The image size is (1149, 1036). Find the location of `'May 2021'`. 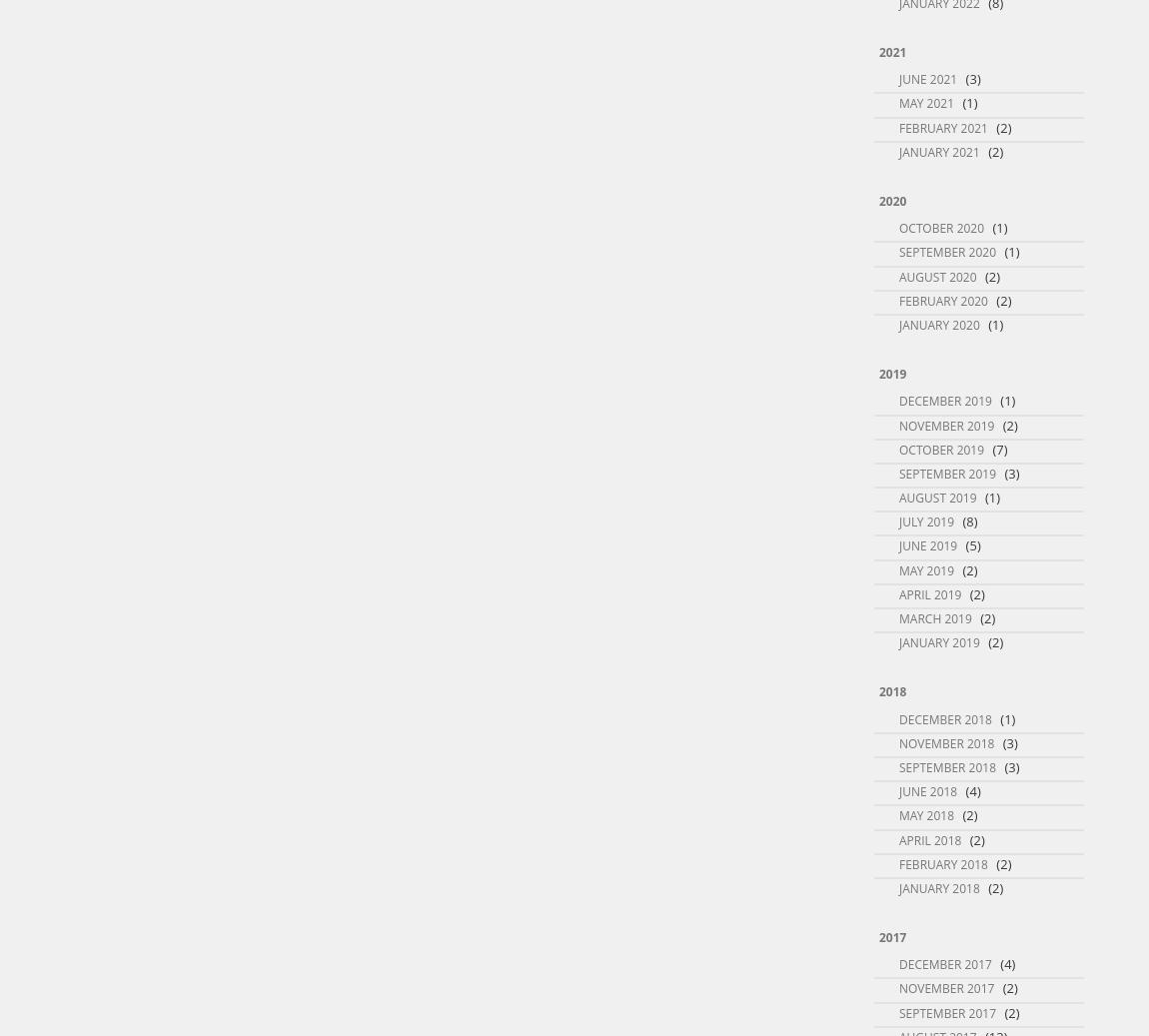

'May 2021' is located at coordinates (926, 102).